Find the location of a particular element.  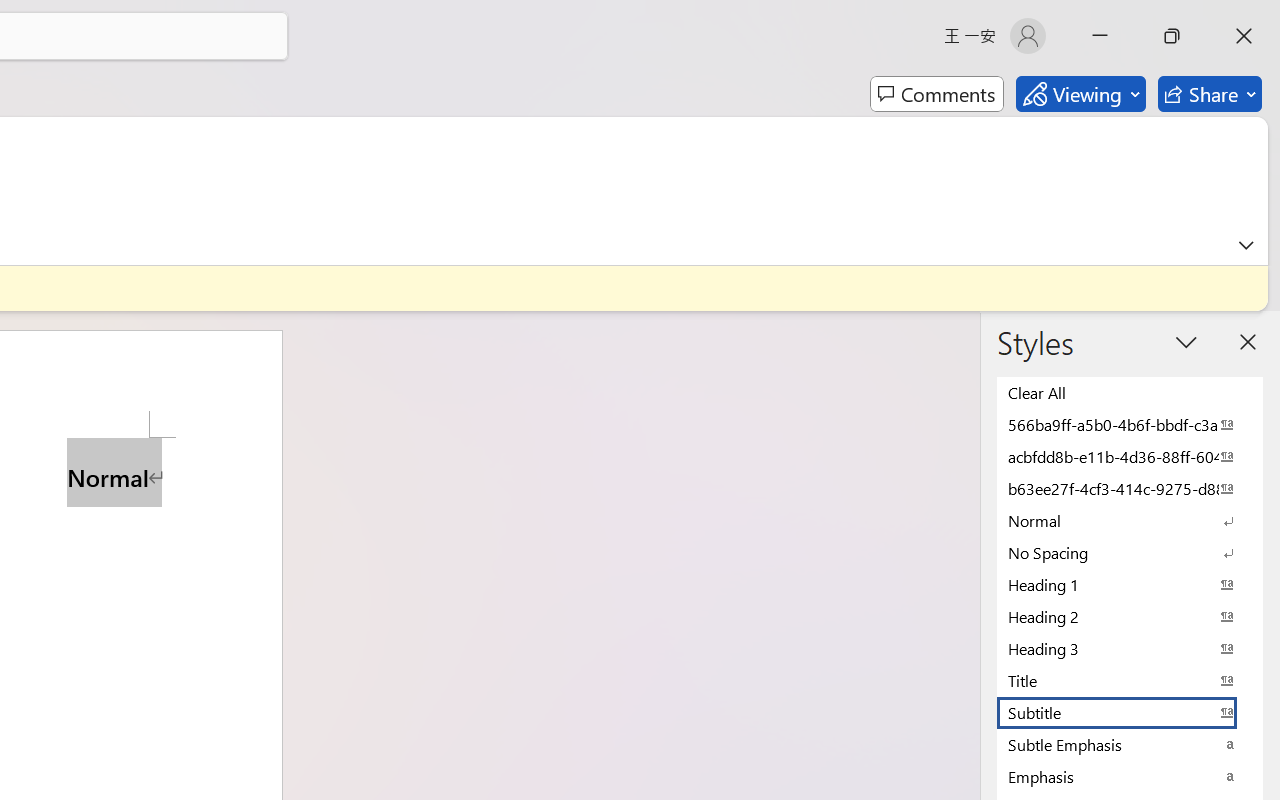

'Mode' is located at coordinates (1079, 94).